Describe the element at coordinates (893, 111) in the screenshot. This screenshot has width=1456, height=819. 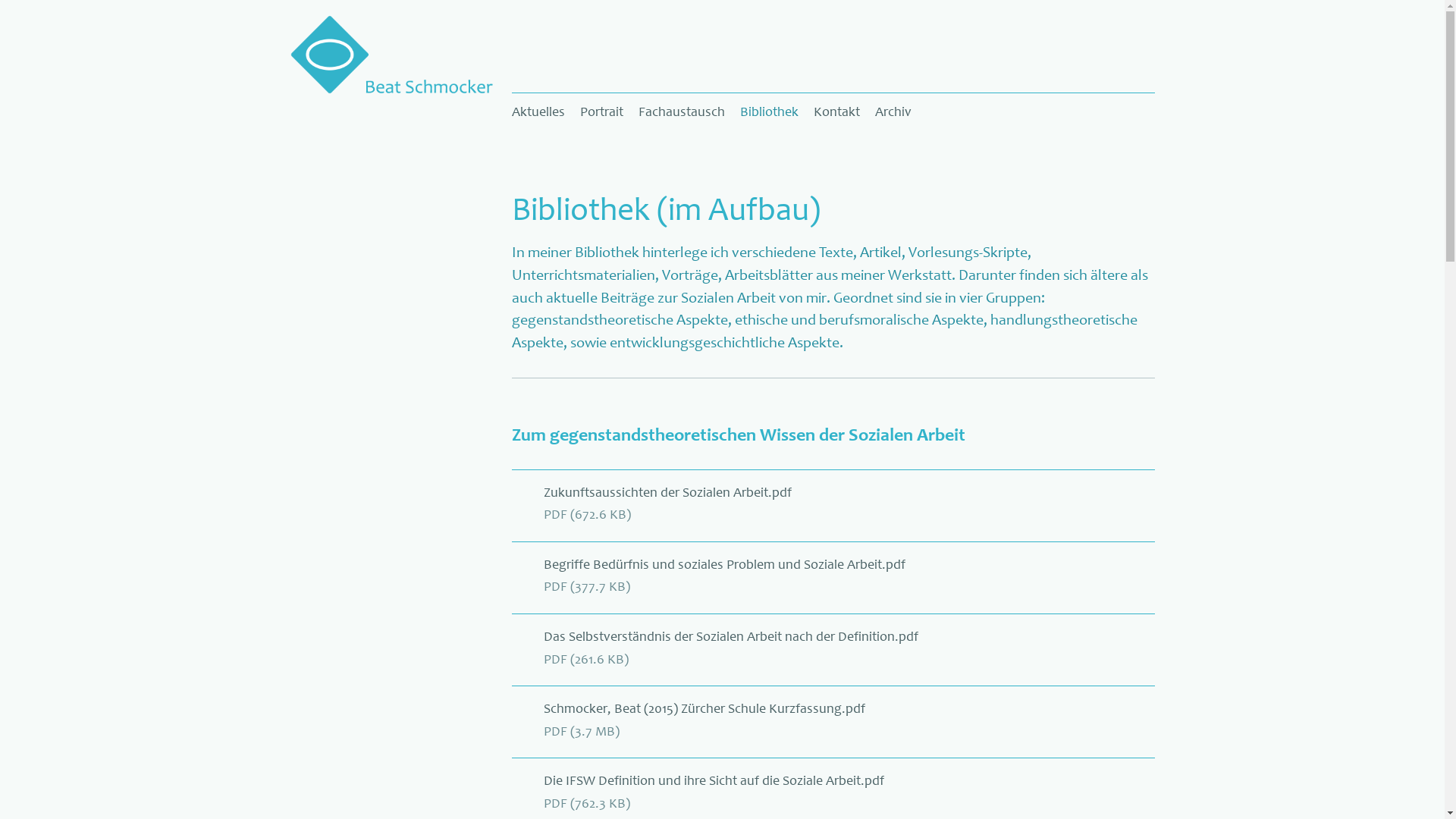
I see `'Archiv'` at that location.